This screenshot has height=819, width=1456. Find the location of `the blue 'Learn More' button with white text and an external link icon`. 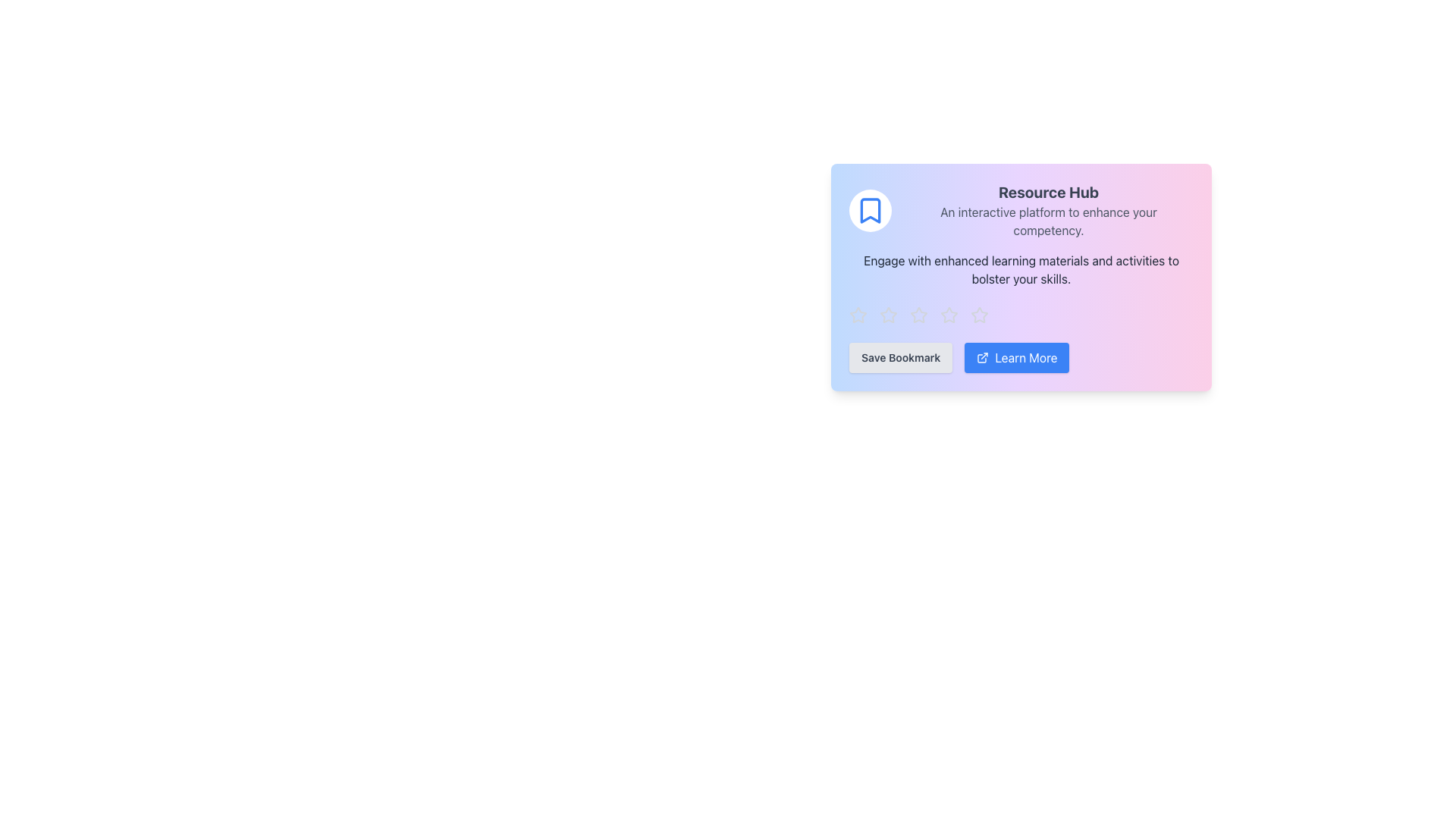

the blue 'Learn More' button with white text and an external link icon is located at coordinates (1021, 357).